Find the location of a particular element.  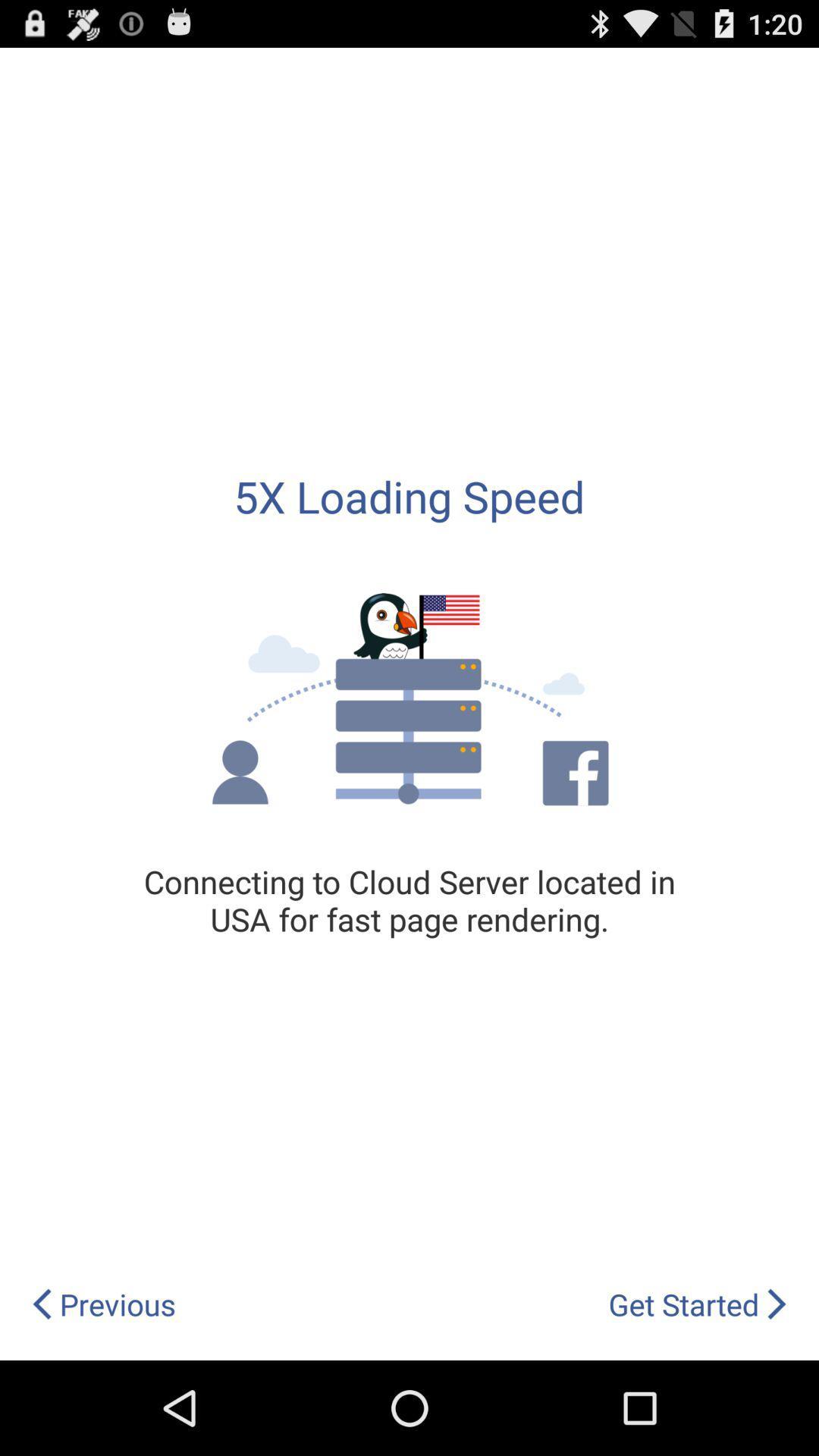

the app at the bottom right corner is located at coordinates (698, 1304).